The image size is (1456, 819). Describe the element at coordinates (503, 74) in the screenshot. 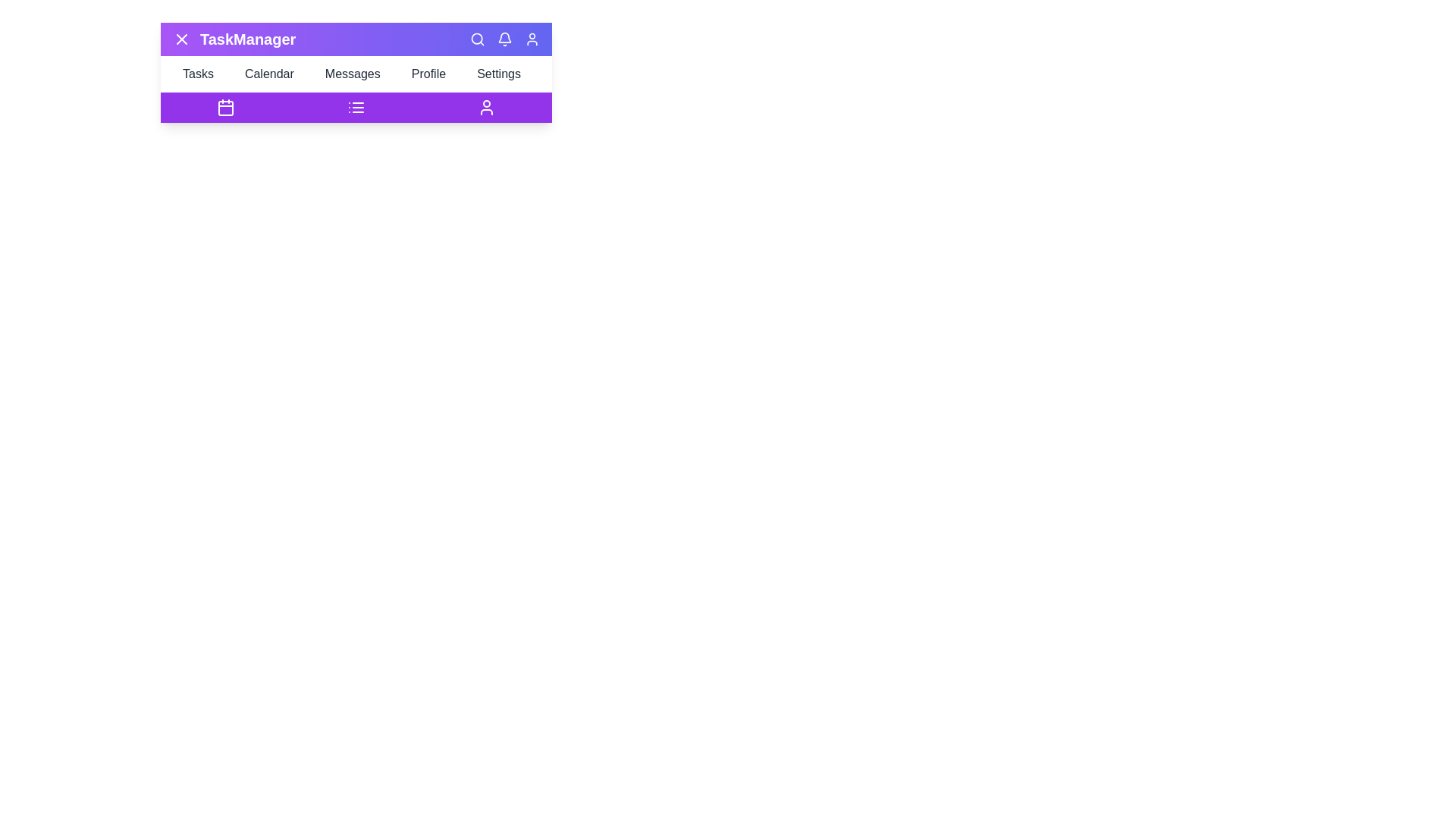

I see `the Settings from the navigation bar` at that location.